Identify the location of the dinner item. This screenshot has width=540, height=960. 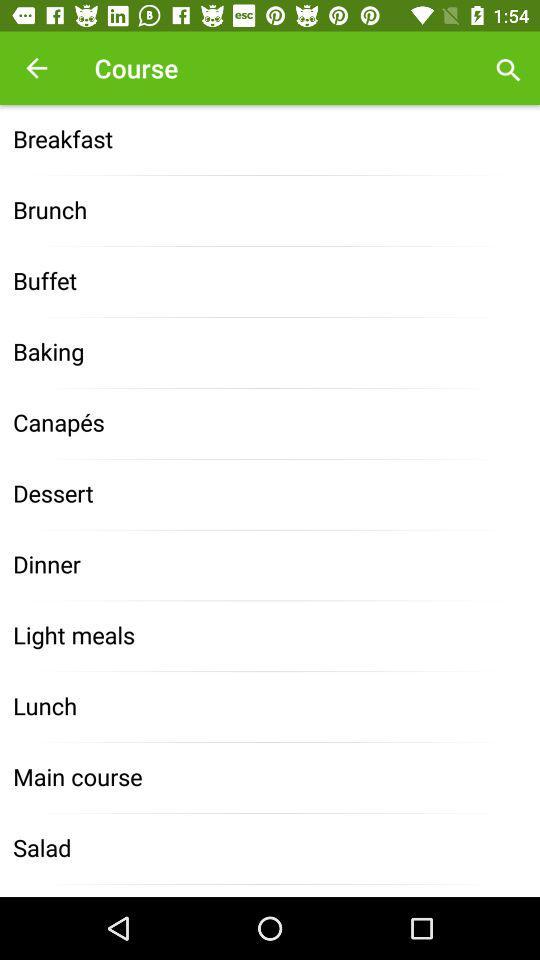
(270, 565).